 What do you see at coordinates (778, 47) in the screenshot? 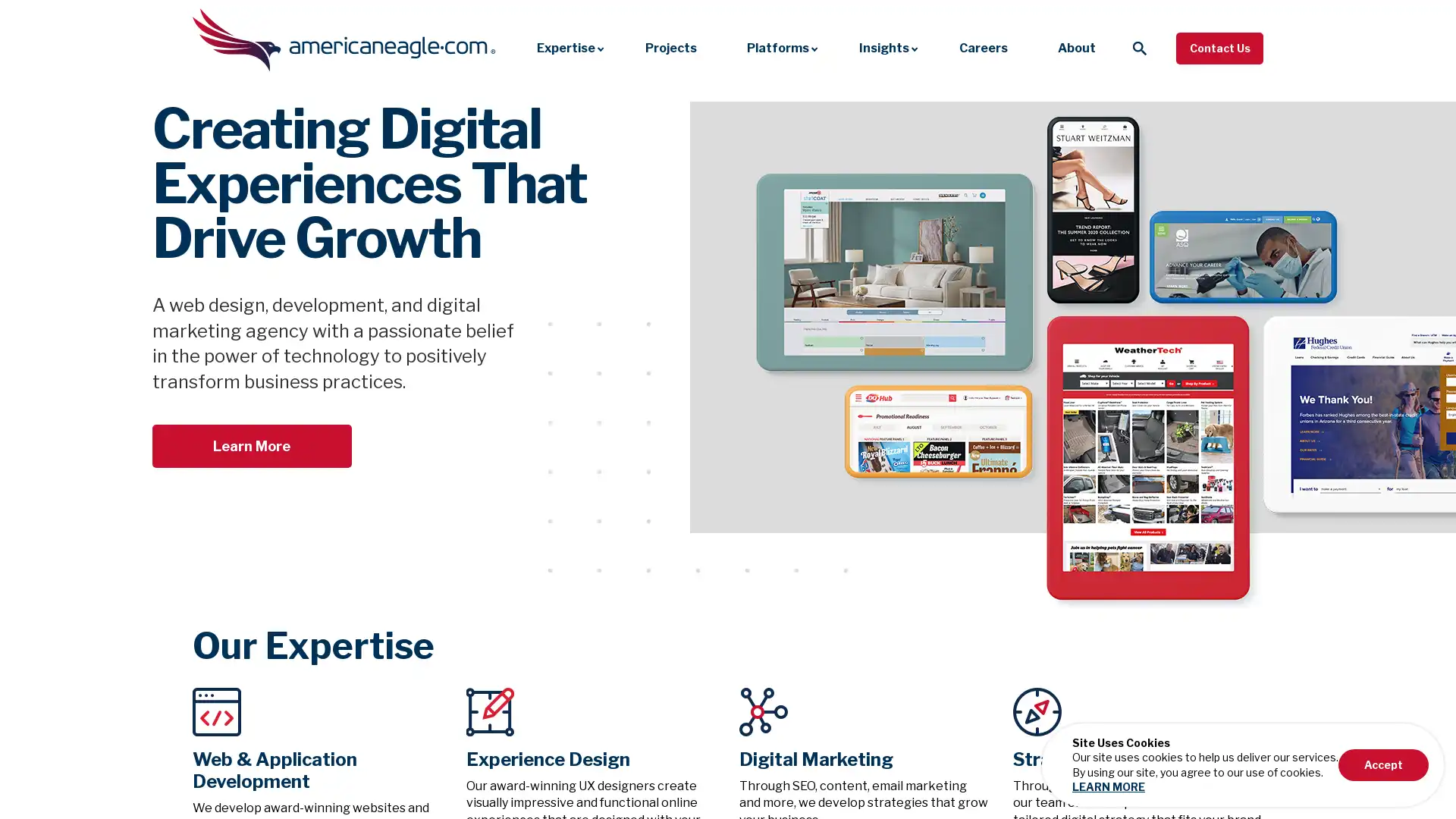
I see `Platforms` at bounding box center [778, 47].